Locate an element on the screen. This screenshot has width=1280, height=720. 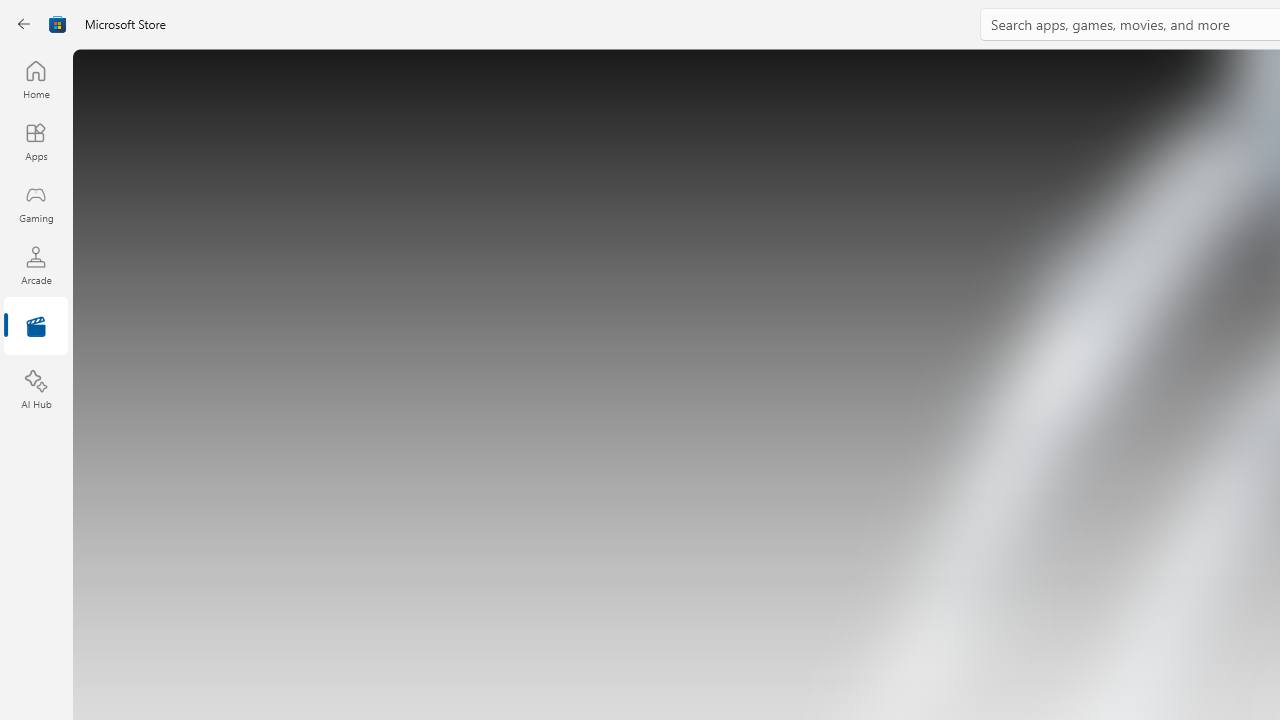
'Gaming' is located at coordinates (35, 203).